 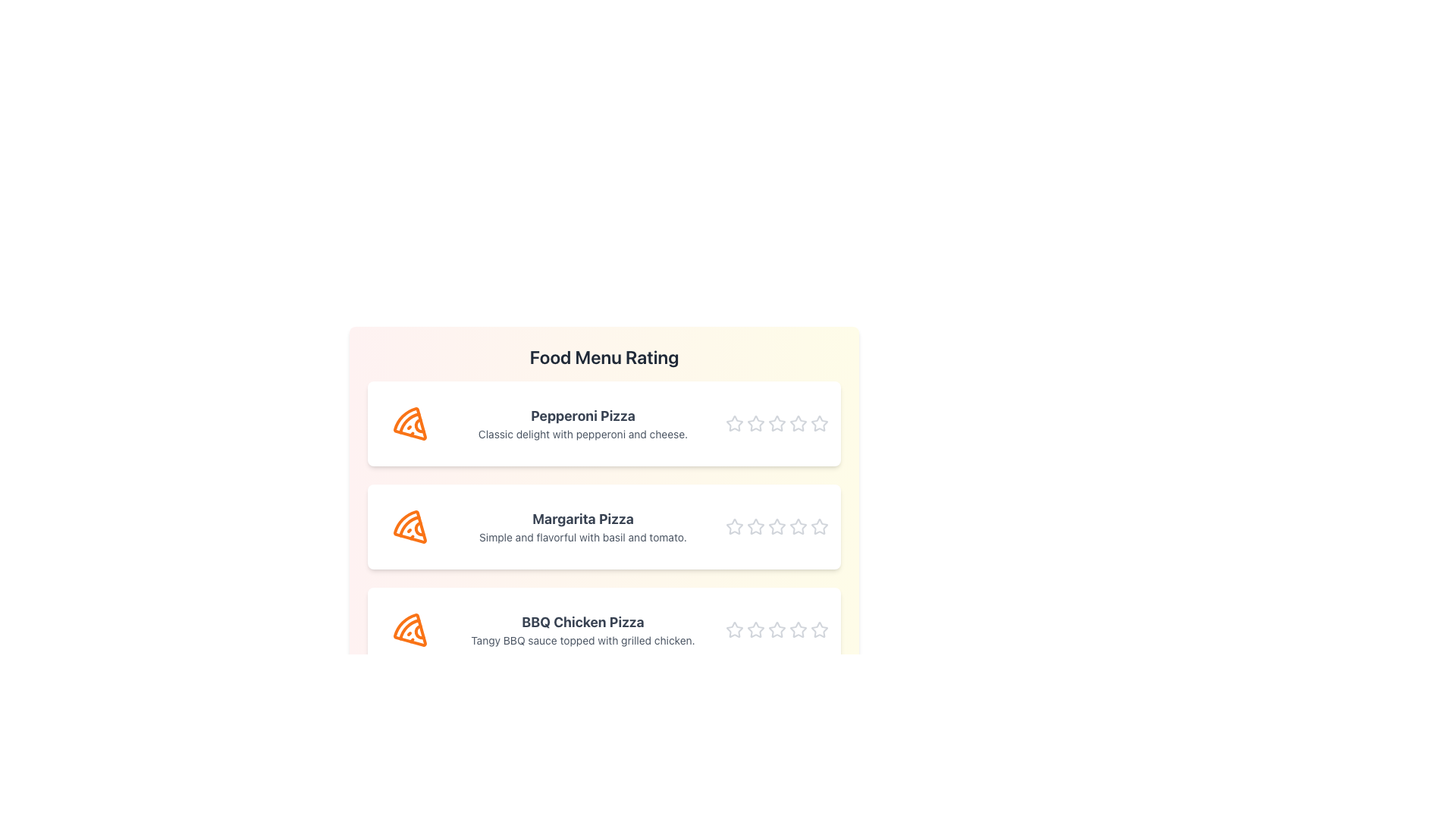 I want to click on the first star icon in the star rating system for the 'BBQ Chicken Pizza' section to enlarge it, so click(x=735, y=629).